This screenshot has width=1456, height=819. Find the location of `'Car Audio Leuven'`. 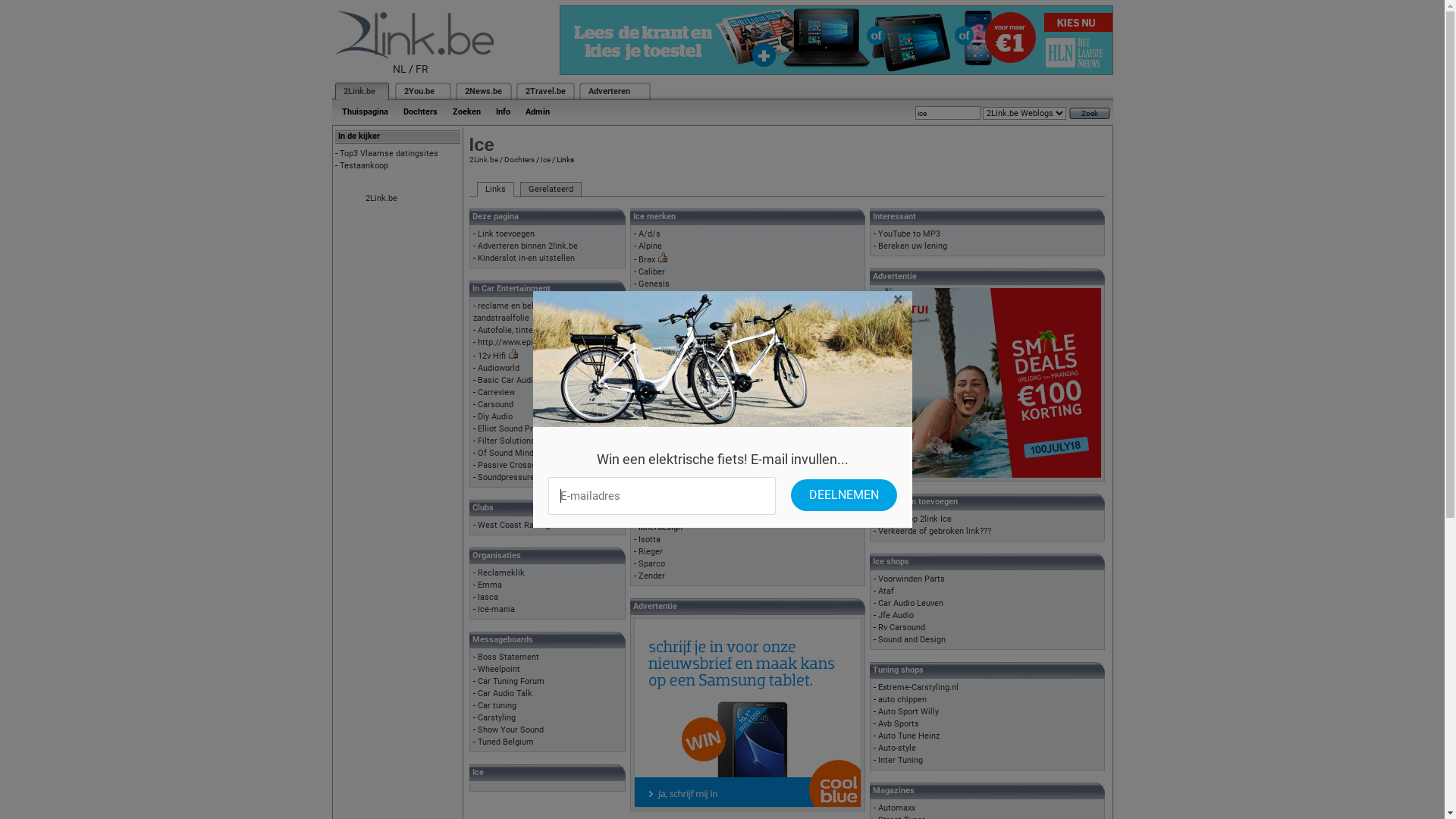

'Car Audio Leuven' is located at coordinates (910, 602).